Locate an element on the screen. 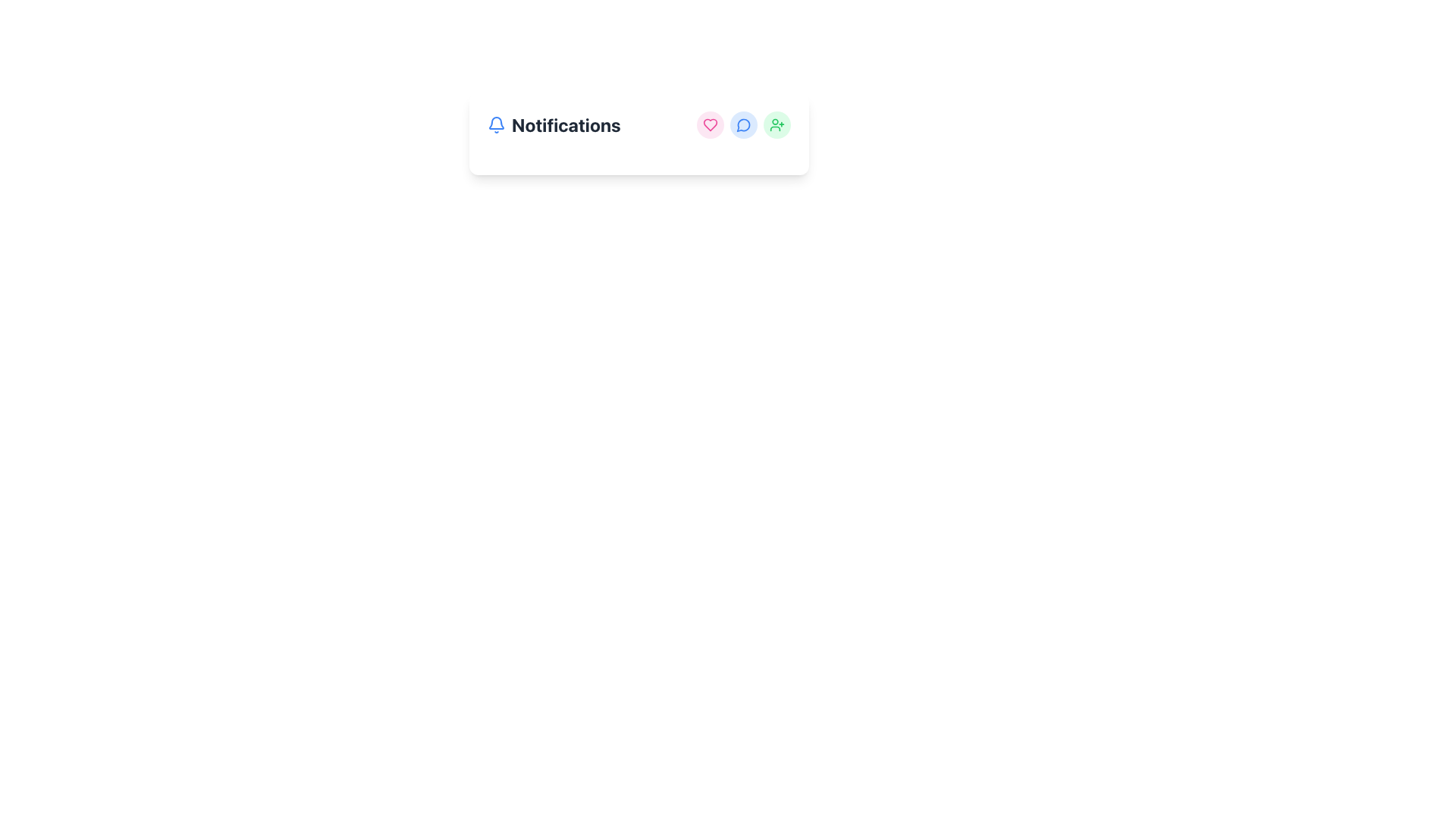 This screenshot has height=819, width=1456. the heart-shaped icon outlined in pink, located within the notification interface on the far right of the notifications bar is located at coordinates (709, 124).